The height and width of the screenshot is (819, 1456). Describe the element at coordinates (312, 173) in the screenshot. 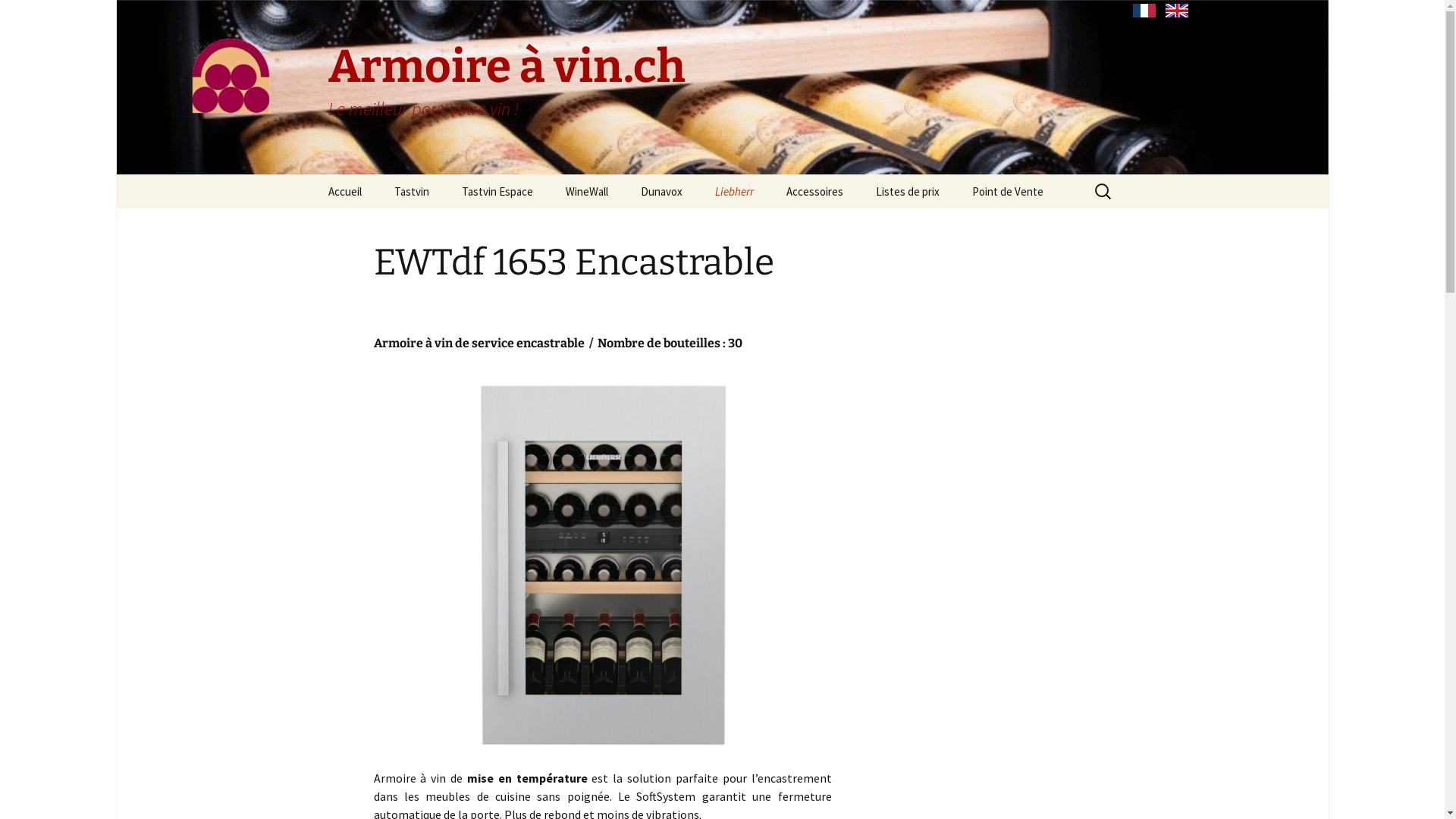

I see `'Aller au contenu principal'` at that location.